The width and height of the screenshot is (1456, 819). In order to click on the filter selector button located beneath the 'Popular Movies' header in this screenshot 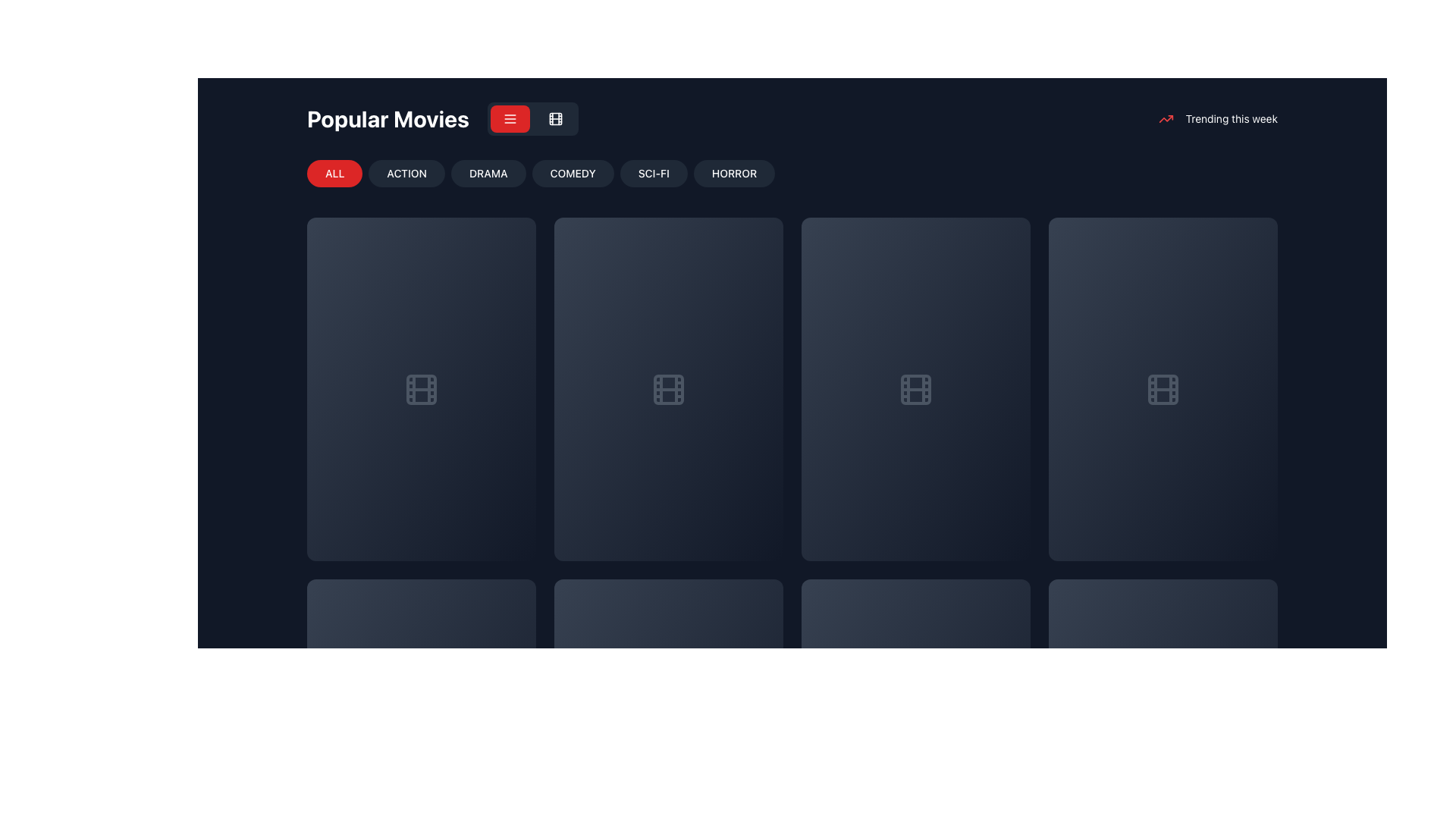, I will do `click(334, 172)`.